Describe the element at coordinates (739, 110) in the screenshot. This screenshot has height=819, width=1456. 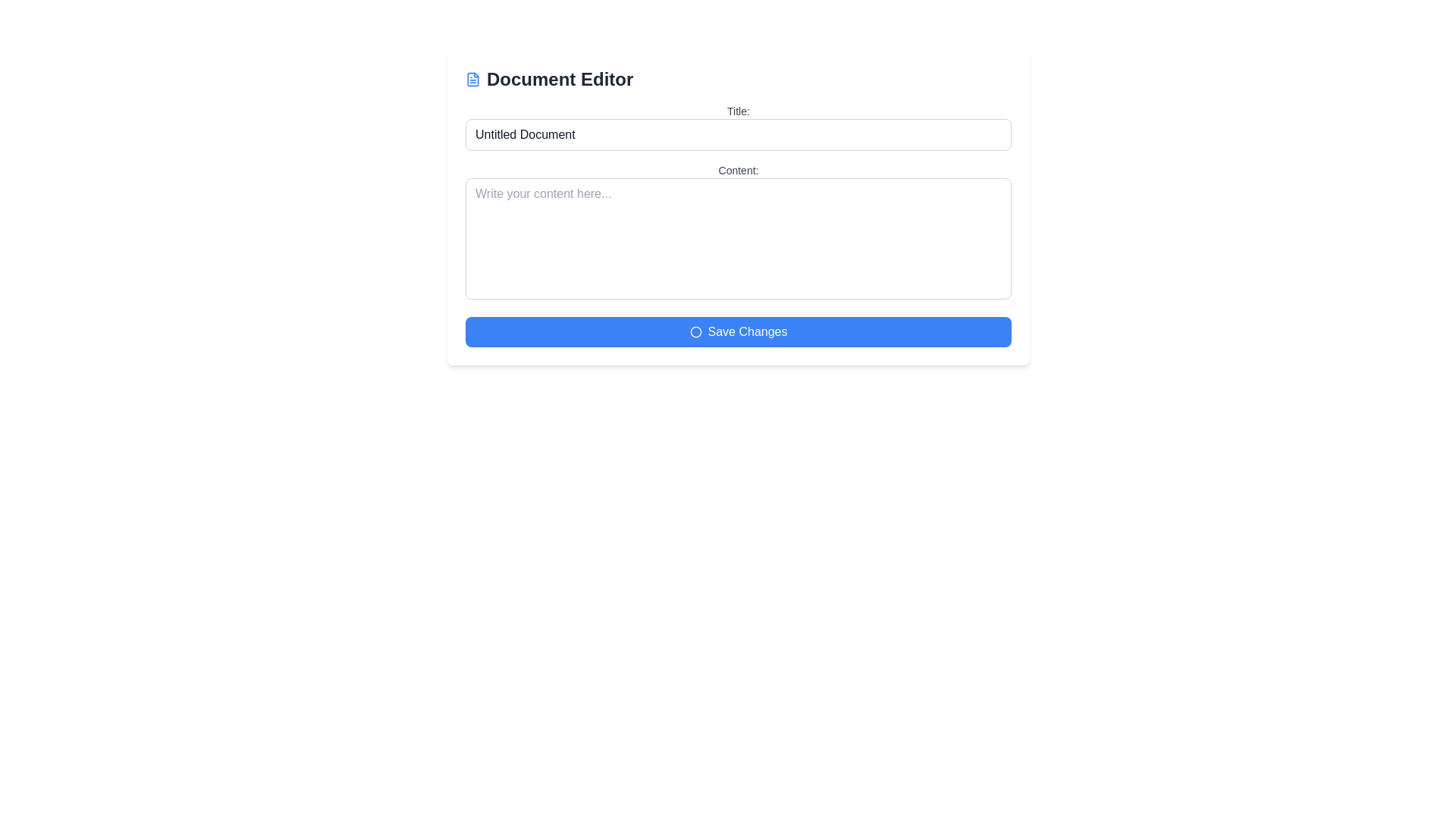
I see `text from the label positioned at the top section of the form, which is directly above the 'Untitled Document' text input field` at that location.